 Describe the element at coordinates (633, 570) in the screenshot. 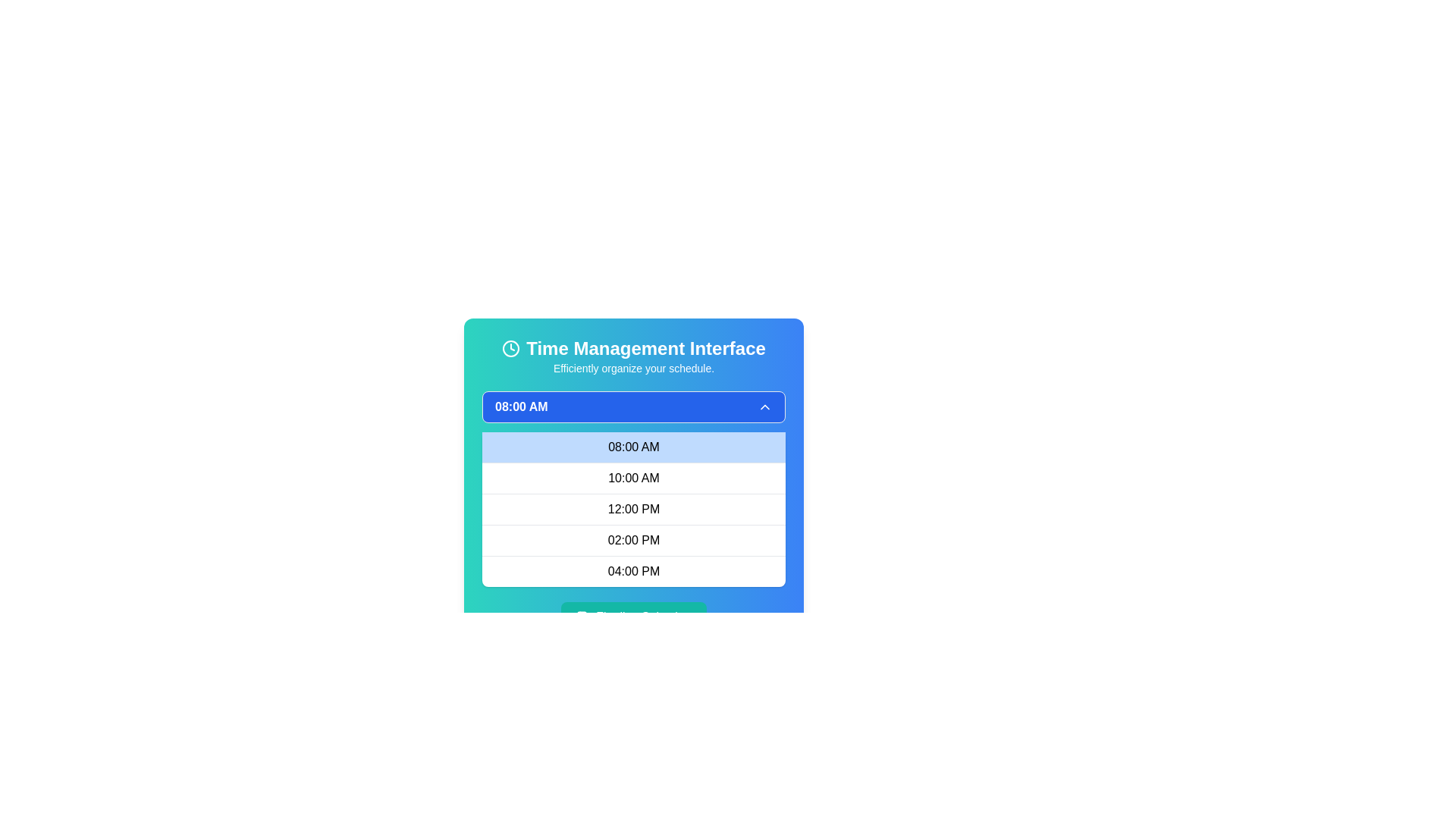

I see `the selectable time option '04:00 PM' in the Time Management Interface` at that location.